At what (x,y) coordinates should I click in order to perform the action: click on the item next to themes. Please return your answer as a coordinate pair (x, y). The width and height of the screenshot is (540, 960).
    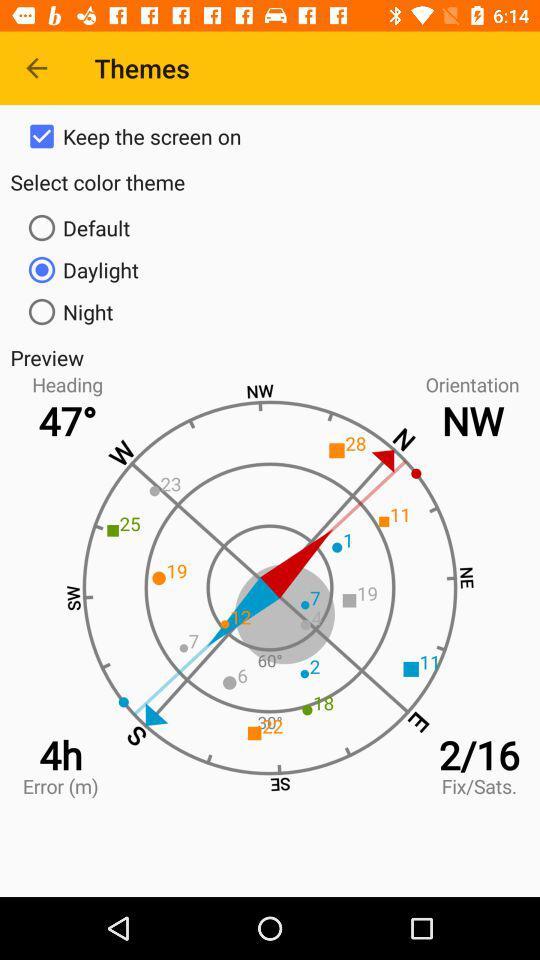
    Looking at the image, I should click on (36, 68).